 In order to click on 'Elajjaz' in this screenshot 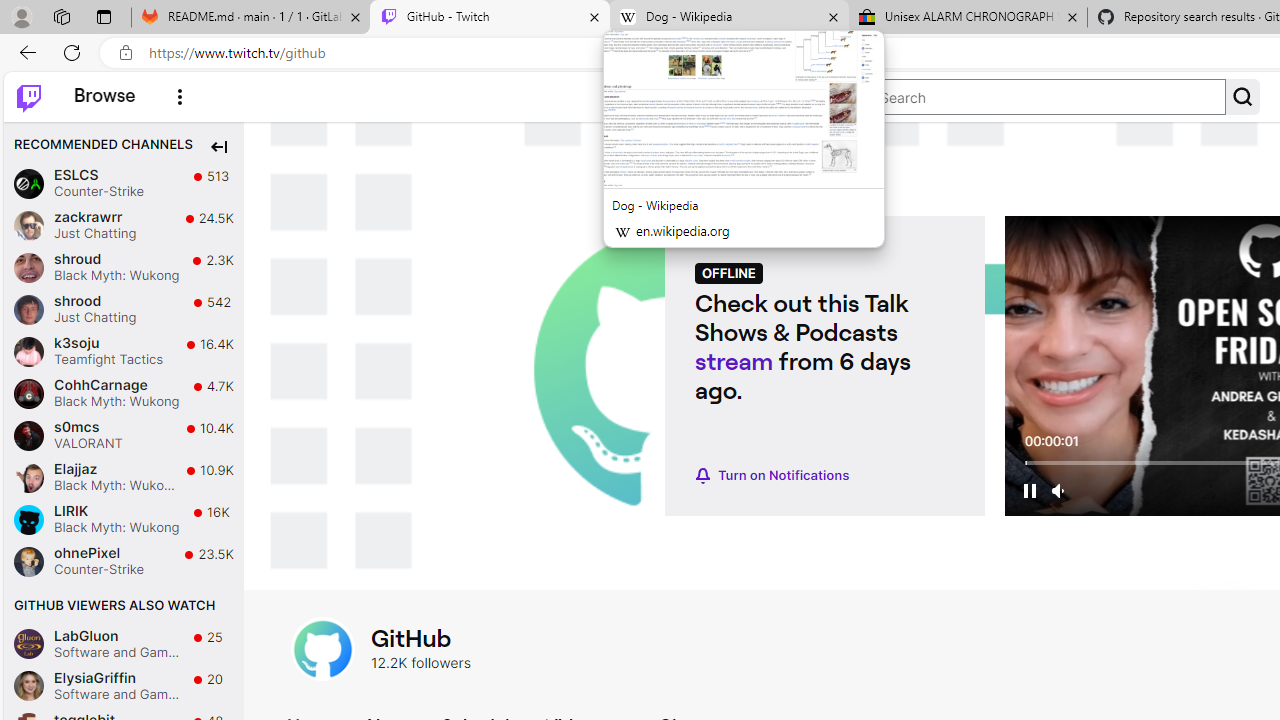, I will do `click(28, 477)`.